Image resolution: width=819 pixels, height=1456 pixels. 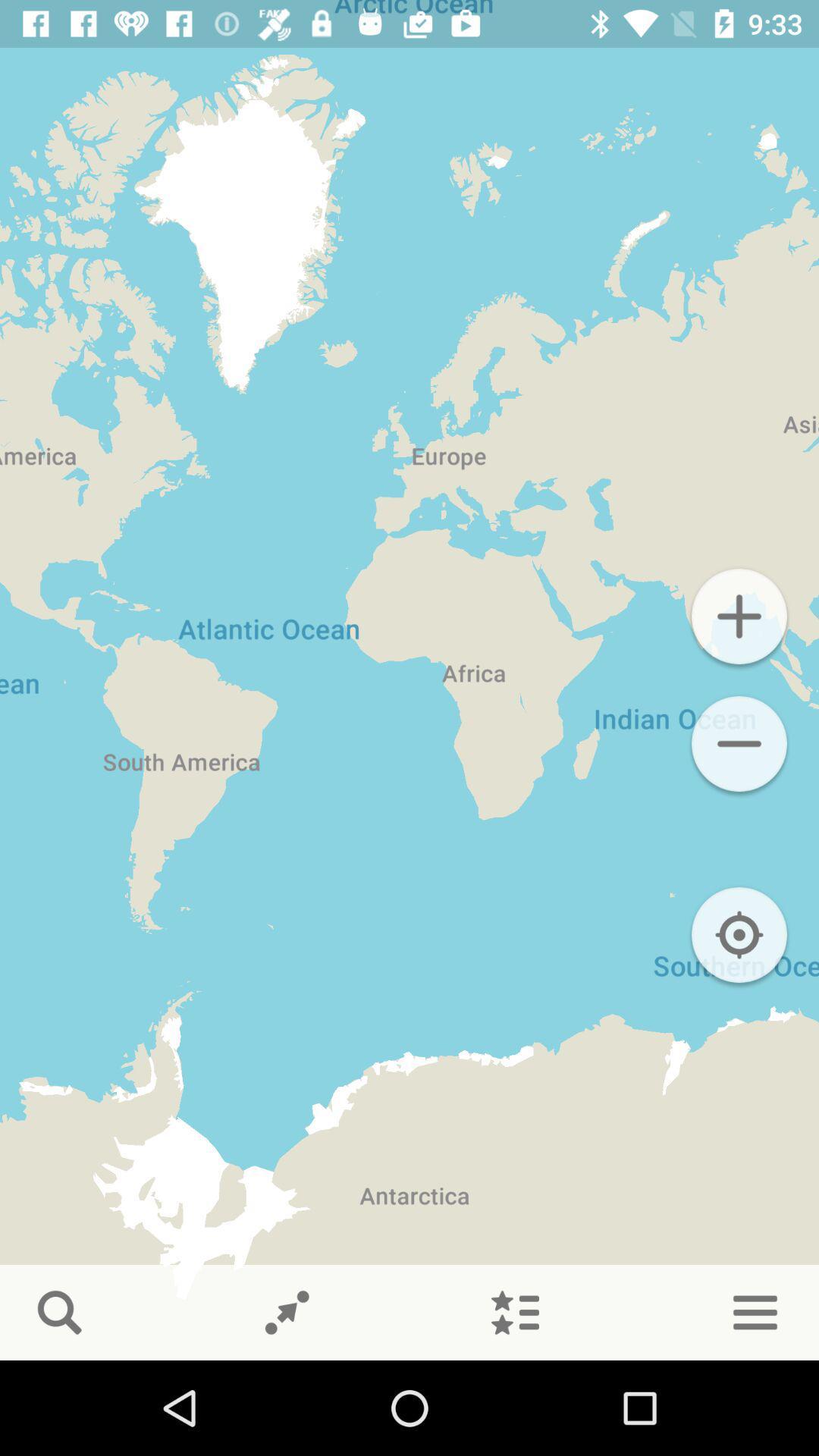 What do you see at coordinates (739, 934) in the screenshot?
I see `the location_crosshair icon` at bounding box center [739, 934].